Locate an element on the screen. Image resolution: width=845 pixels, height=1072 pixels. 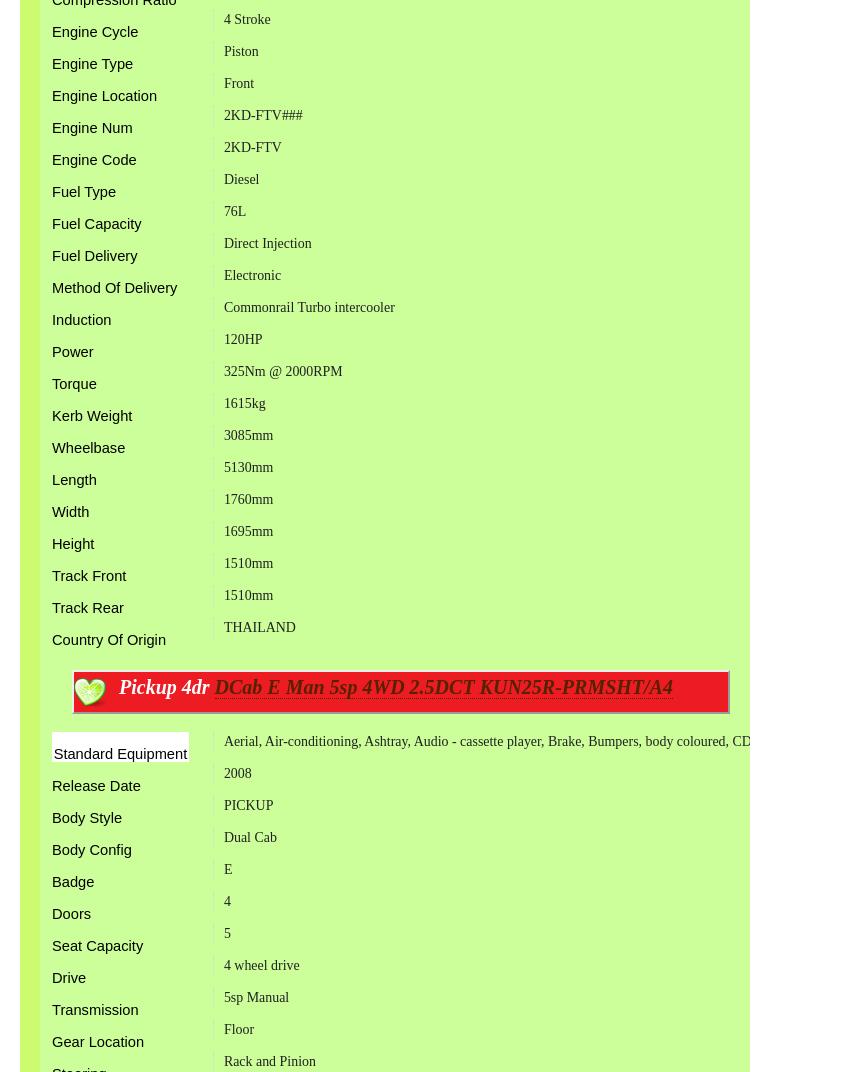
'5' is located at coordinates (225, 933).